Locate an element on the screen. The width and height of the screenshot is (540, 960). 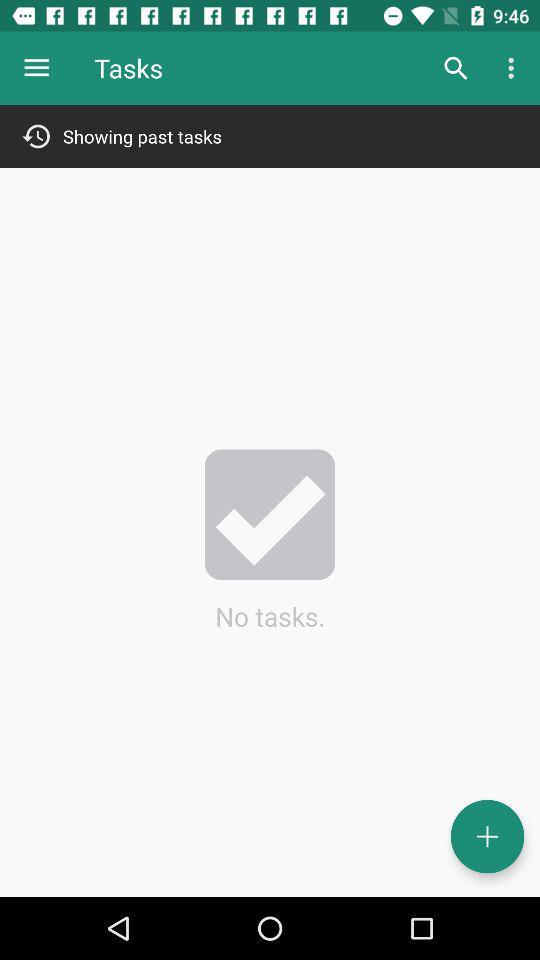
item next to the tasks item is located at coordinates (36, 68).